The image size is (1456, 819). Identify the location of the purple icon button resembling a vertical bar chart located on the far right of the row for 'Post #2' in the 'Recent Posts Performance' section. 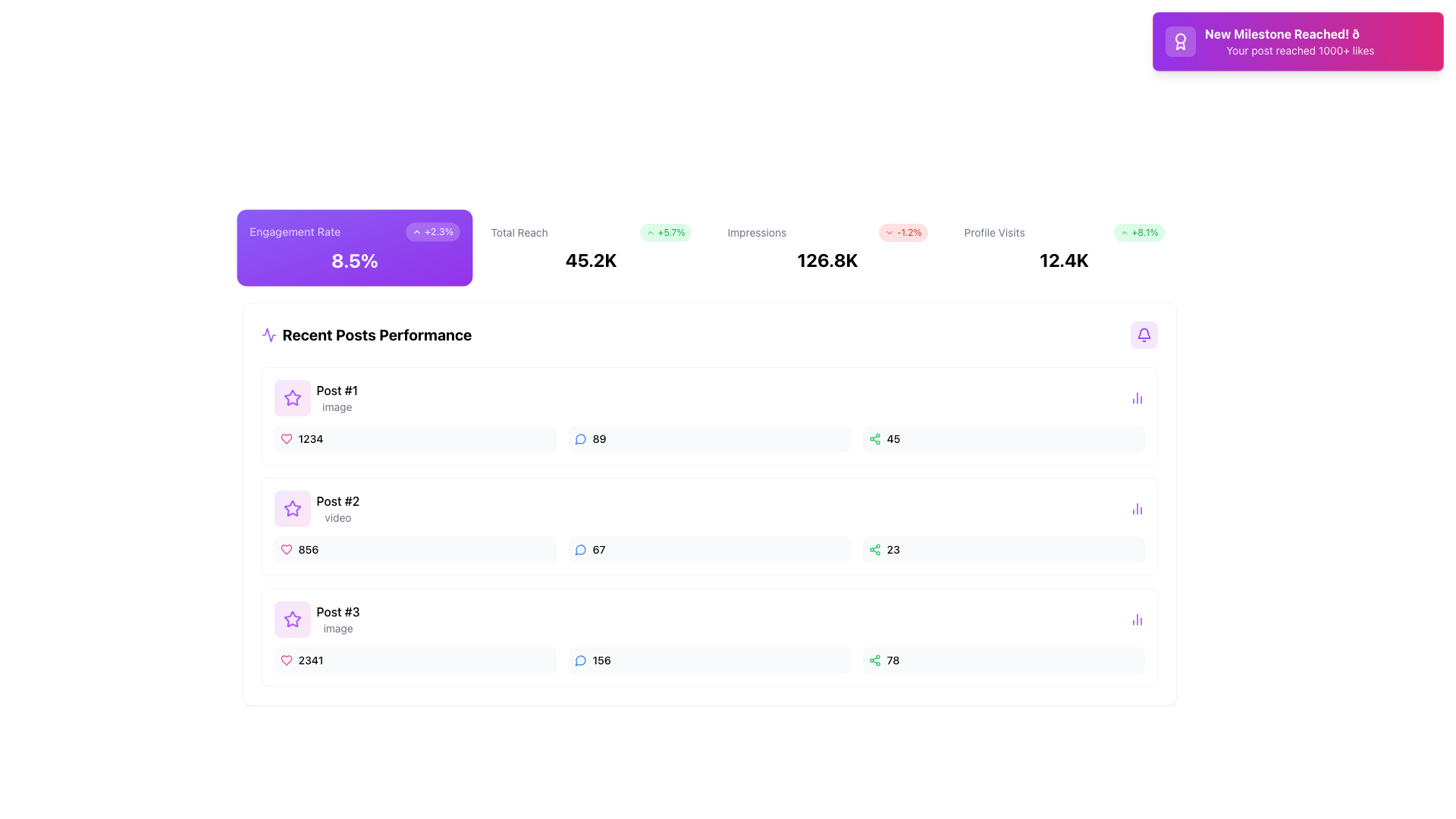
(1137, 509).